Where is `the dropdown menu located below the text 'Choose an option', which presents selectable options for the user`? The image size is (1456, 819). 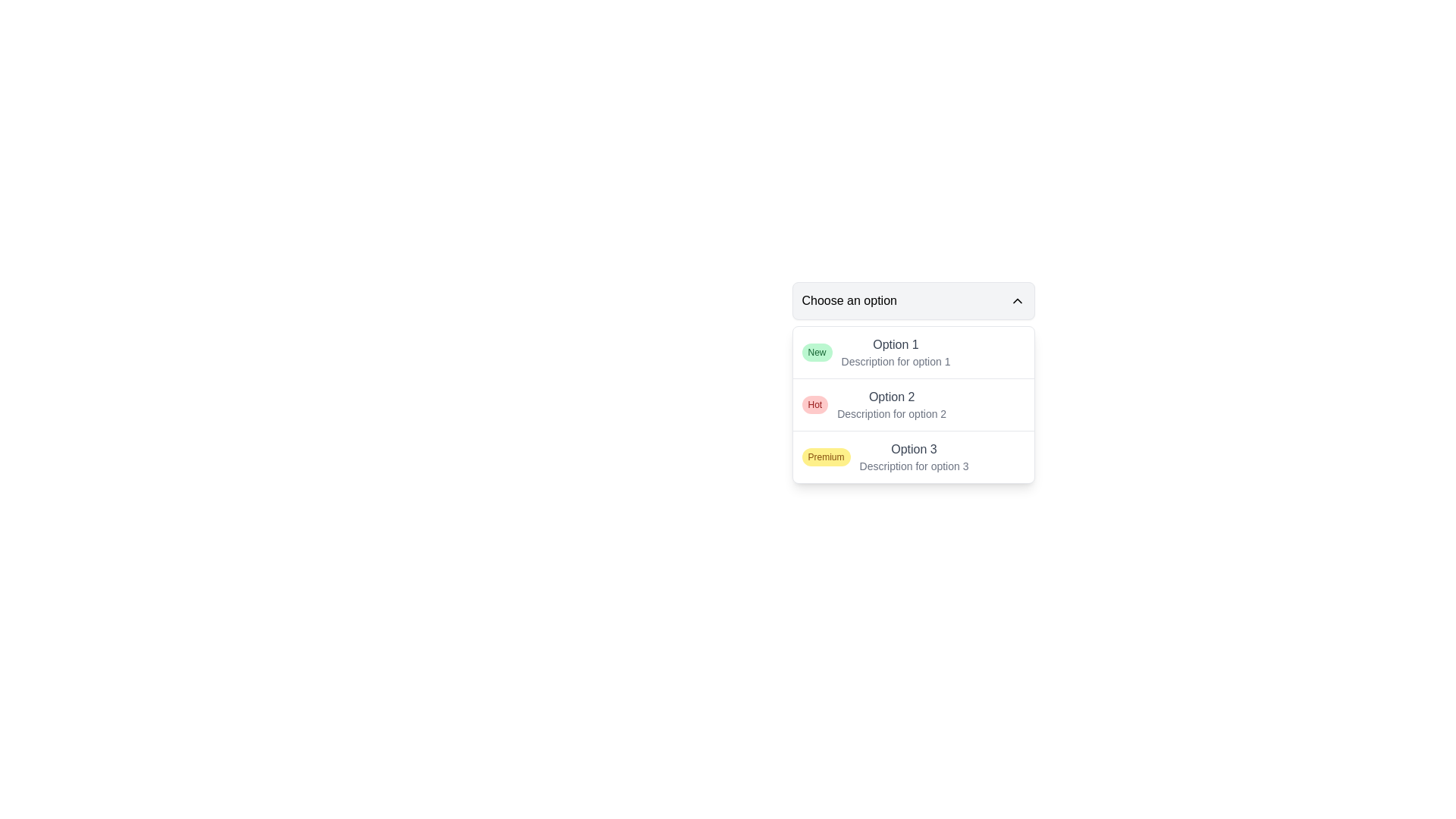 the dropdown menu located below the text 'Choose an option', which presents selectable options for the user is located at coordinates (912, 403).